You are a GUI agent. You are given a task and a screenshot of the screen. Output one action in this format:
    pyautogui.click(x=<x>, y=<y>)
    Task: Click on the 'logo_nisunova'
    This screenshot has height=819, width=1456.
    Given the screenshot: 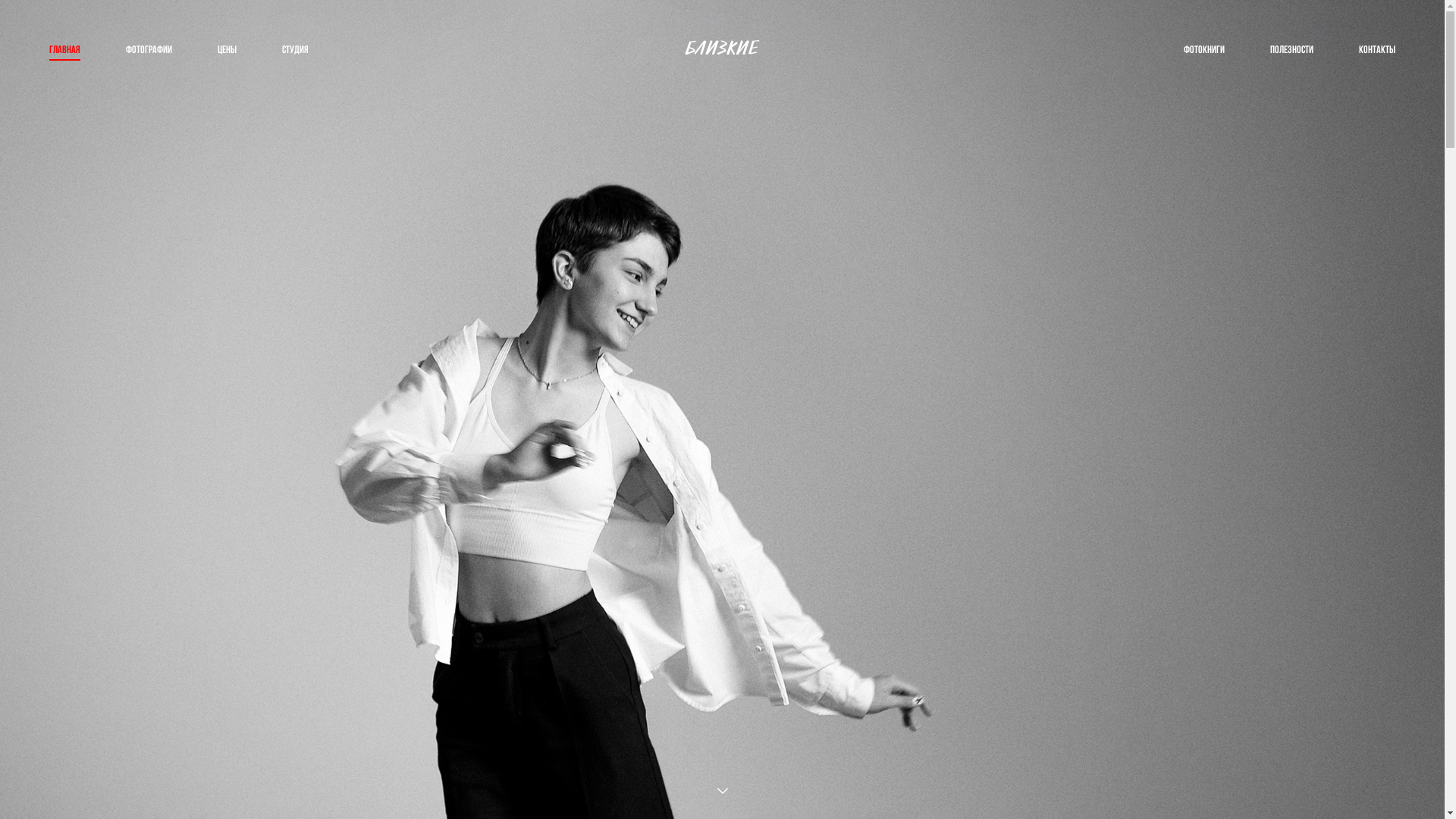 What is the action you would take?
    pyautogui.click(x=655, y=49)
    